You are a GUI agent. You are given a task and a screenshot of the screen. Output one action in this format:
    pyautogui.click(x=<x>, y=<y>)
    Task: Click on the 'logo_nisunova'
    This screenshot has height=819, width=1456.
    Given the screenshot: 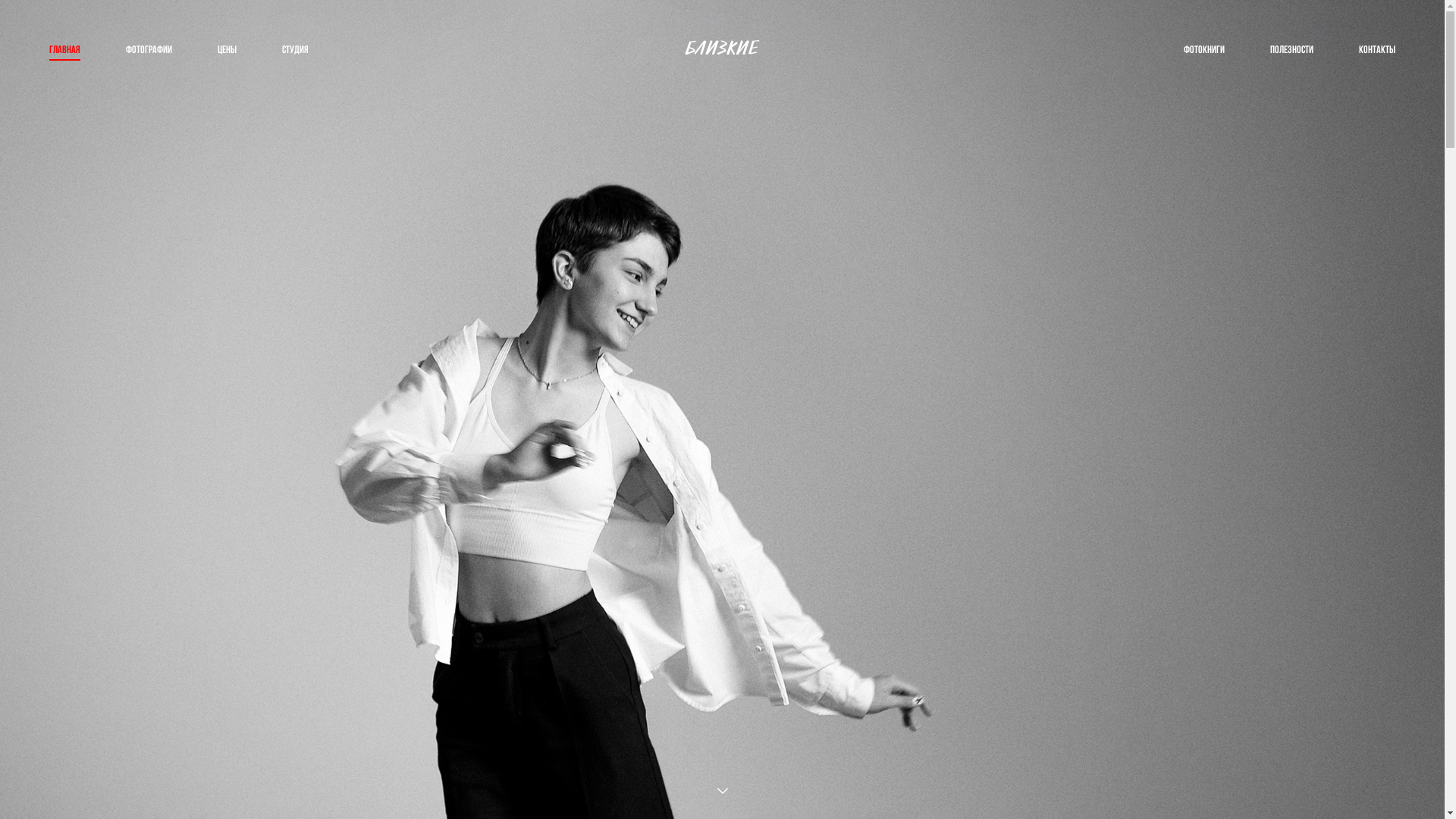 What is the action you would take?
    pyautogui.click(x=655, y=49)
    